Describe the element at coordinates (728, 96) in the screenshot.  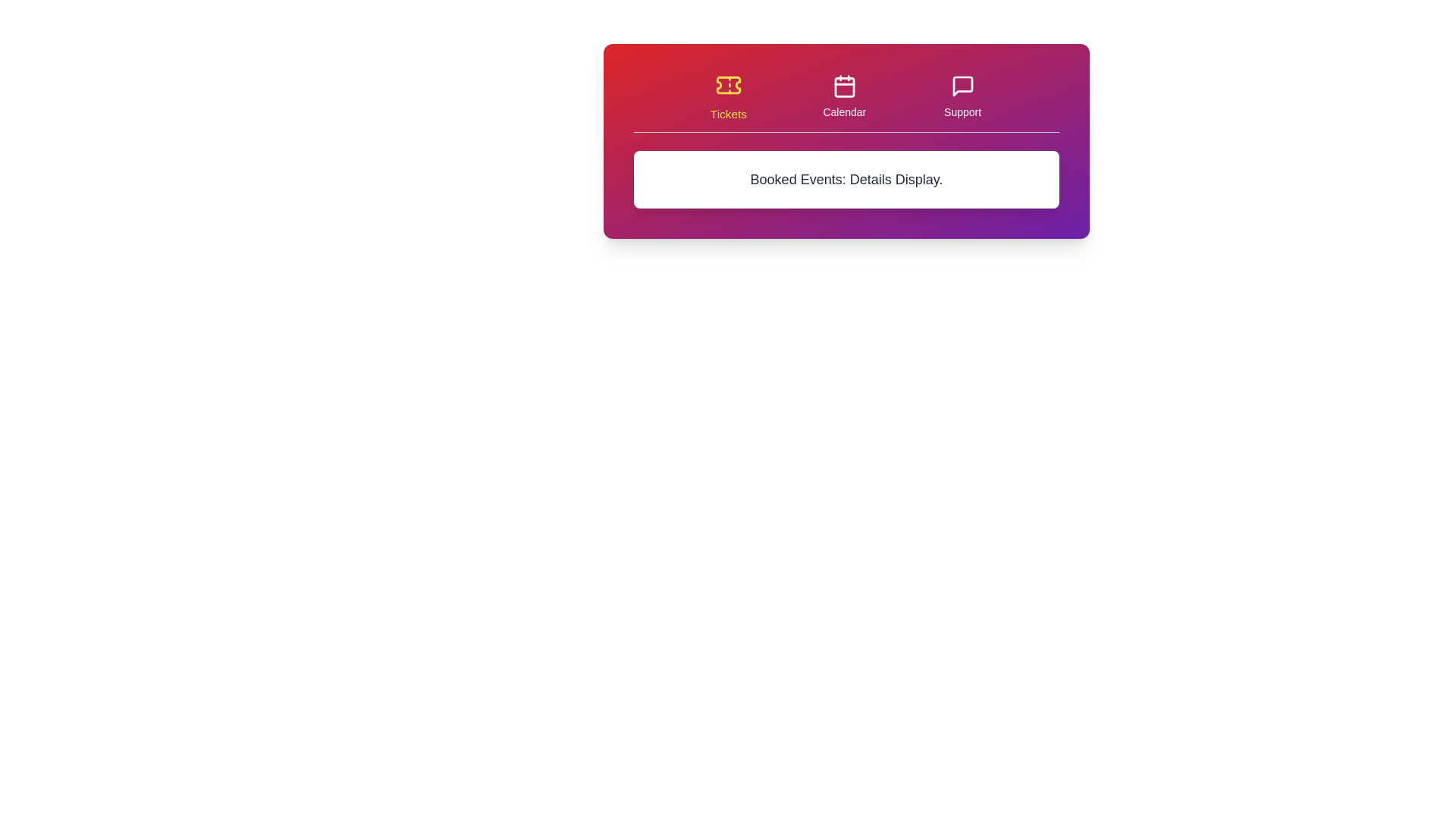
I see `the Tickets tab to switch its content` at that location.